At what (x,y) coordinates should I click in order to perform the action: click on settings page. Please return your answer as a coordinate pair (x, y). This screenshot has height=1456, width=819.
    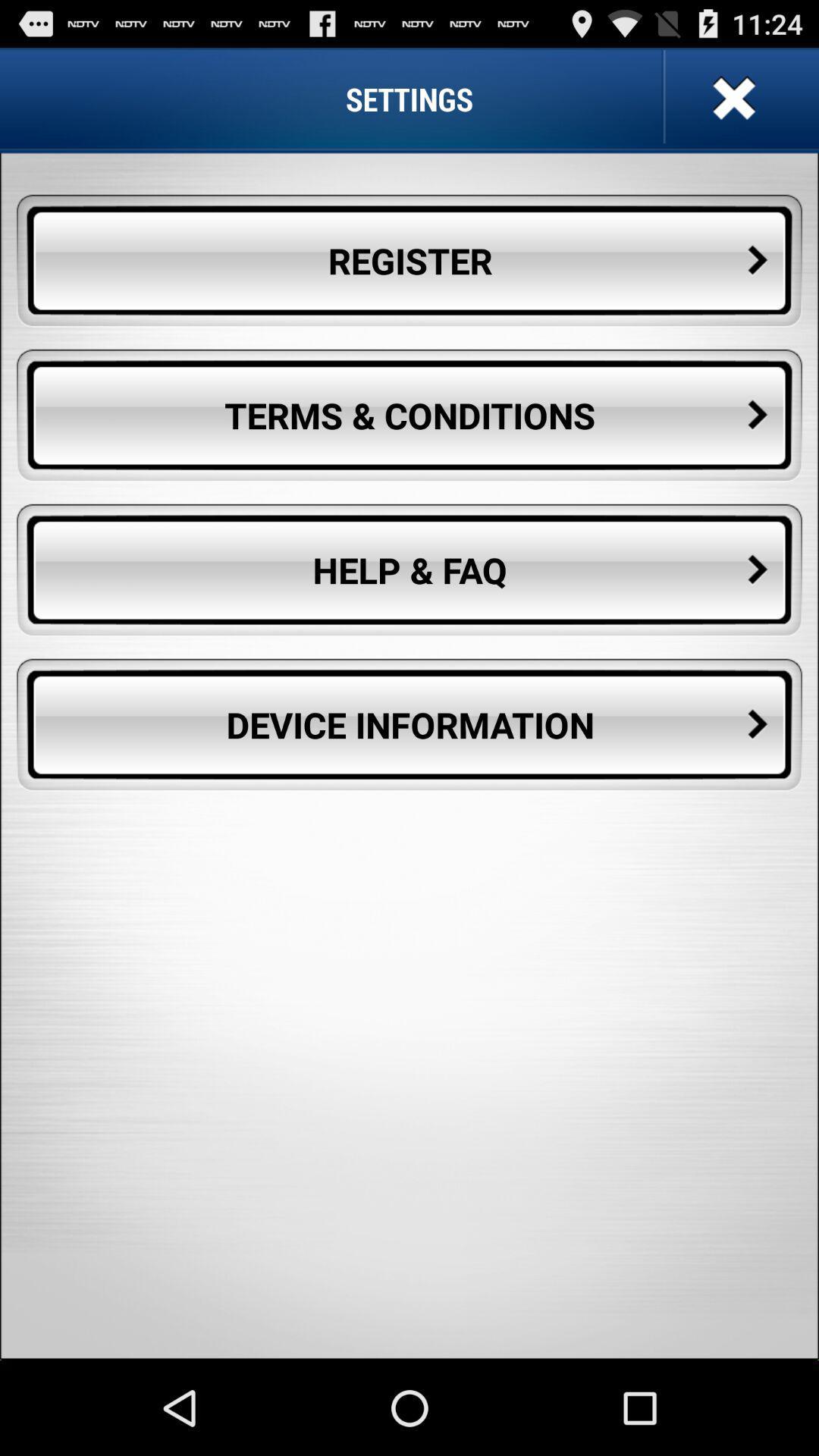
    Looking at the image, I should click on (731, 98).